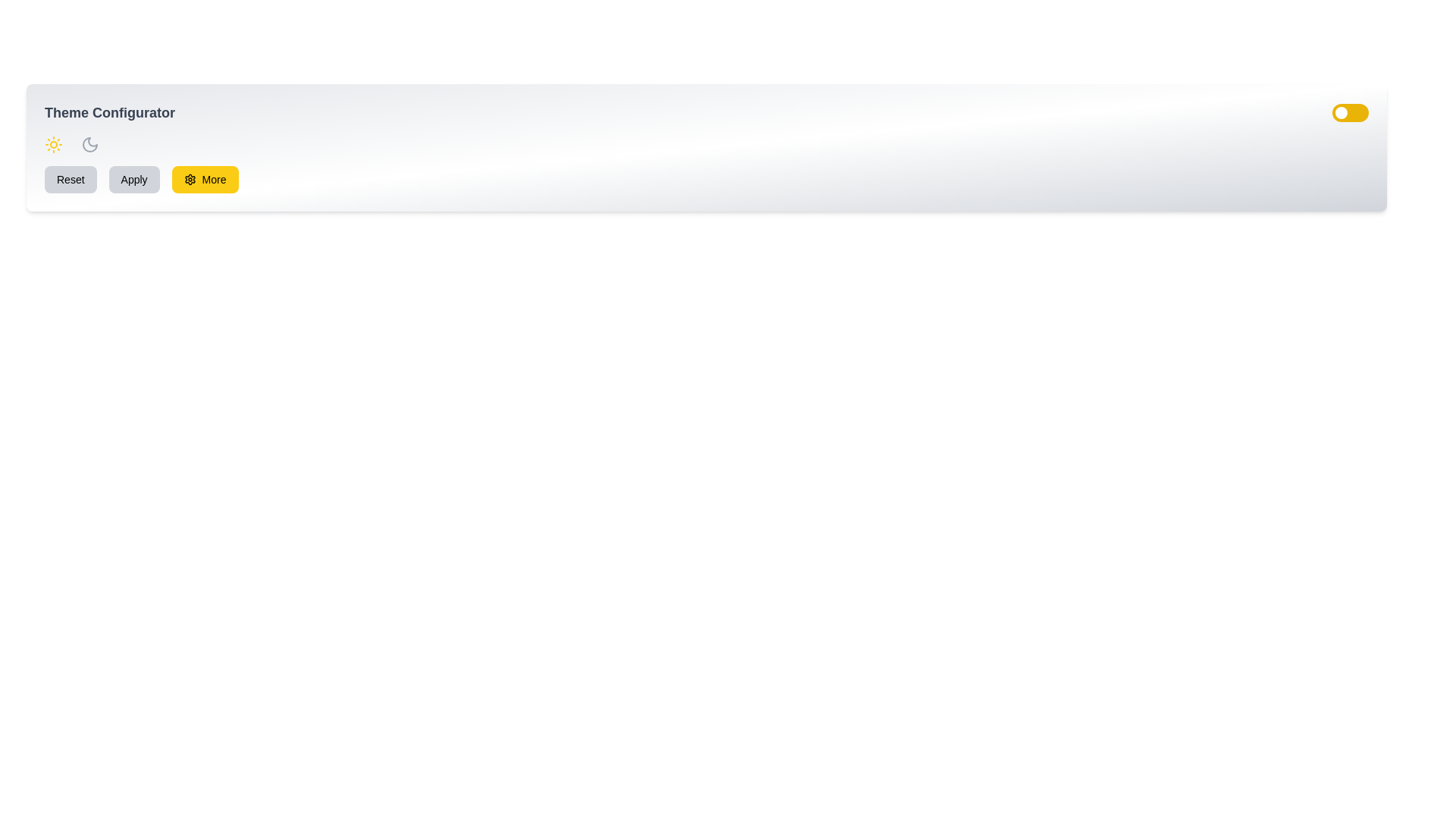 The image size is (1456, 819). Describe the element at coordinates (213, 178) in the screenshot. I see `the configuration button located in the top-center section of the interface` at that location.